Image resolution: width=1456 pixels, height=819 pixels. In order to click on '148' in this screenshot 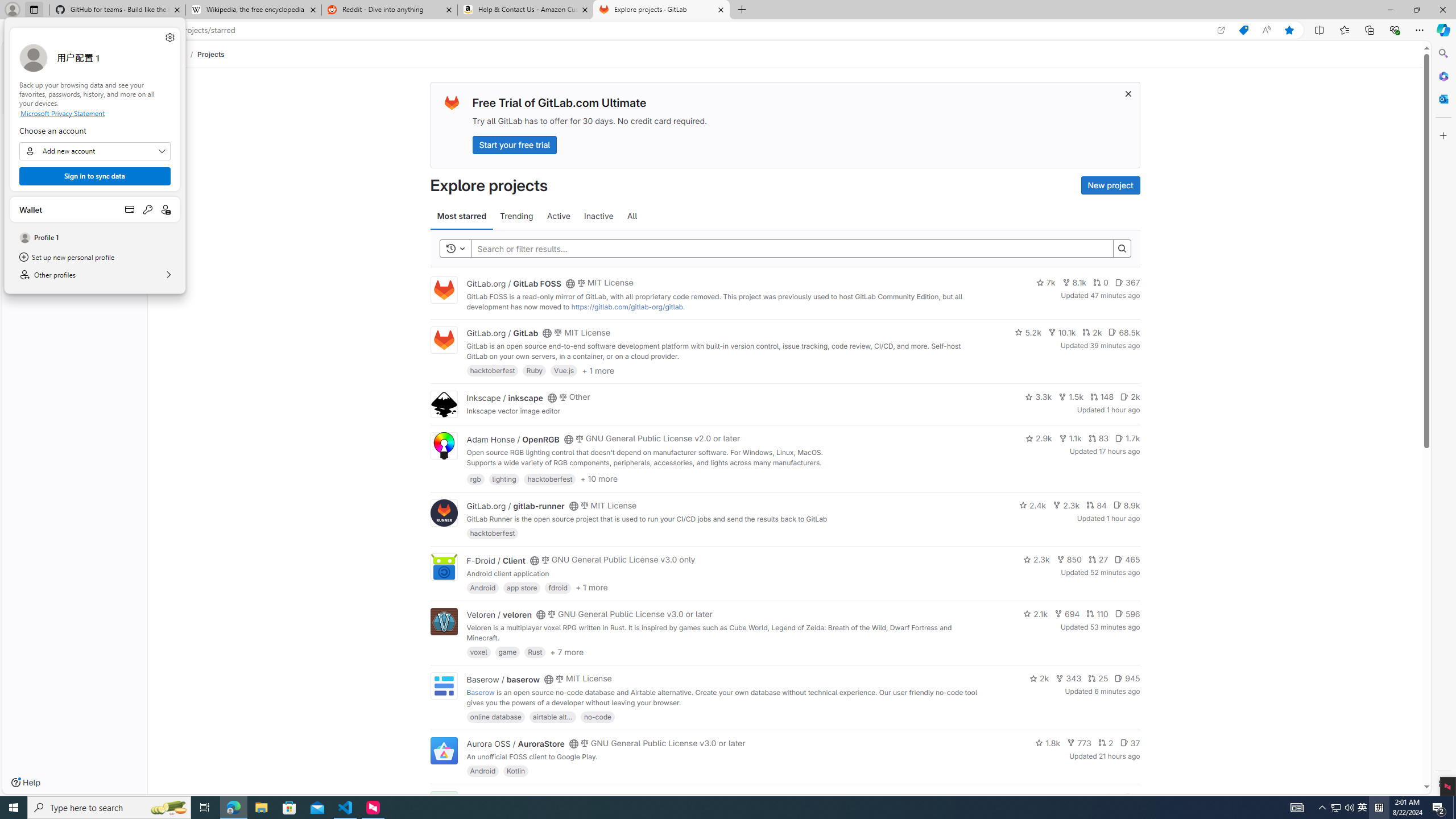, I will do `click(1101, 396)`.